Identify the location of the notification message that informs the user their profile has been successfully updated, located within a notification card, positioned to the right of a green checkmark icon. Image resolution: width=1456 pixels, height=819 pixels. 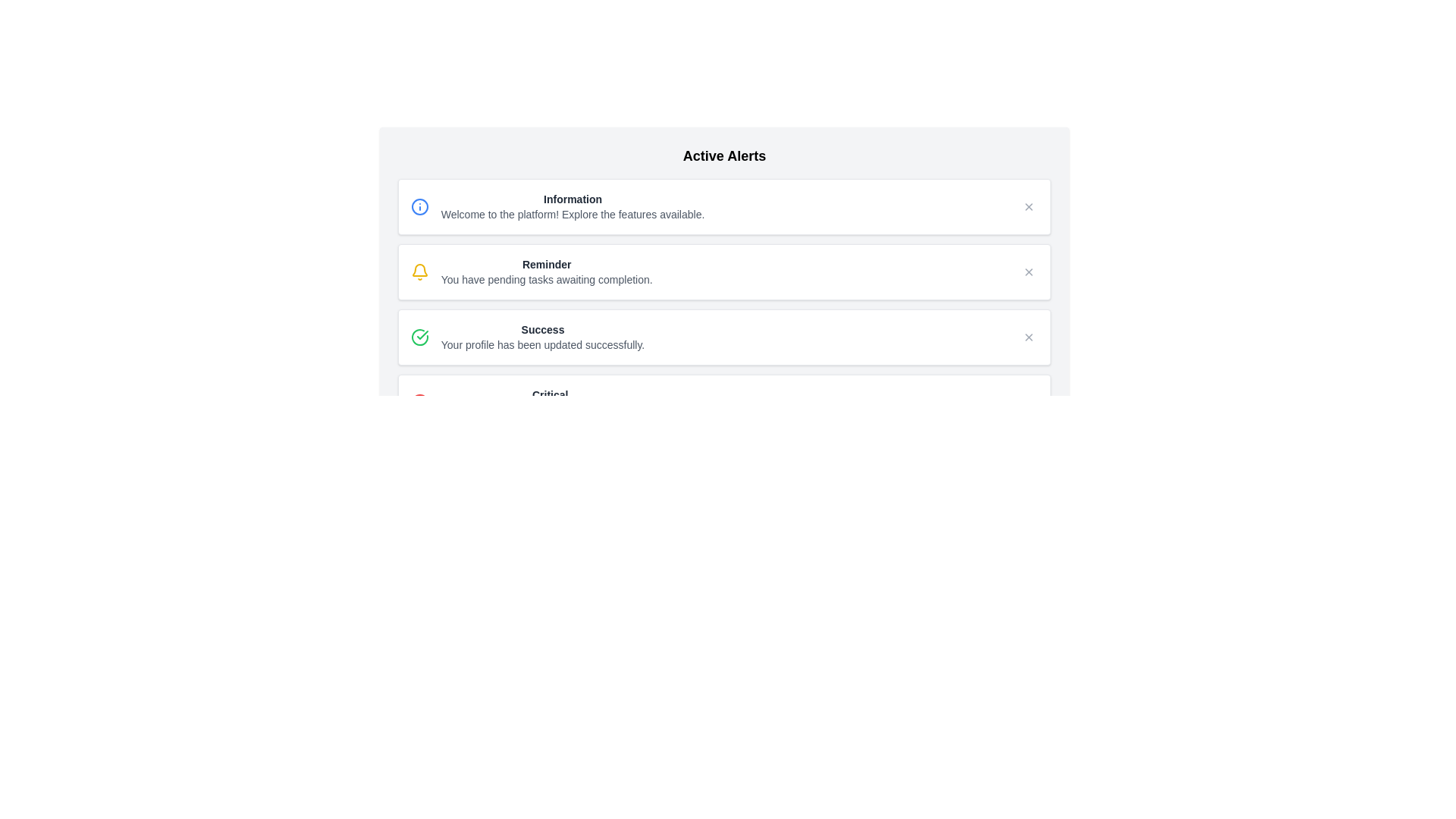
(542, 336).